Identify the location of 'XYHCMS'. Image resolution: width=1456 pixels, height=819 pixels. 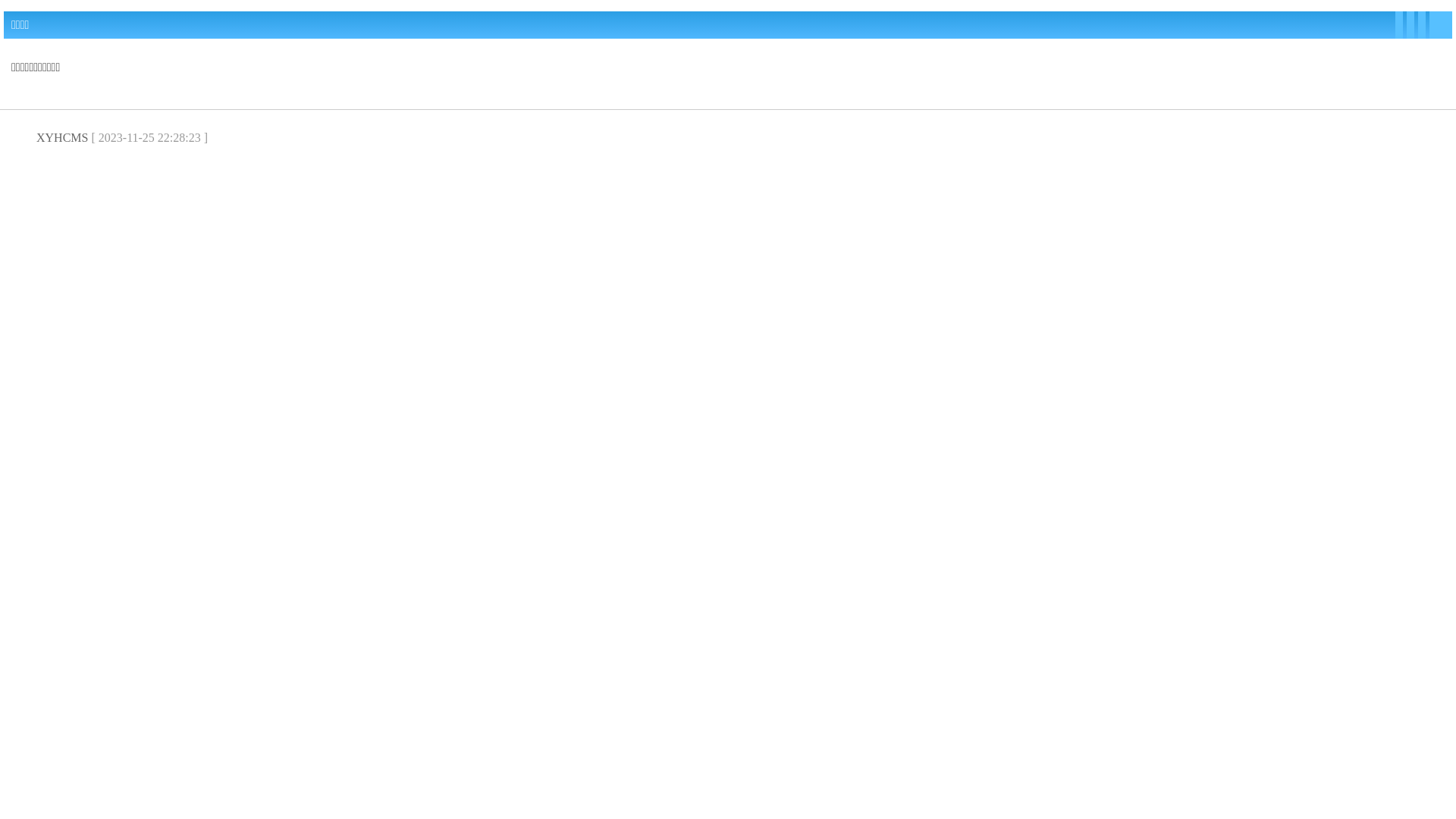
(61, 137).